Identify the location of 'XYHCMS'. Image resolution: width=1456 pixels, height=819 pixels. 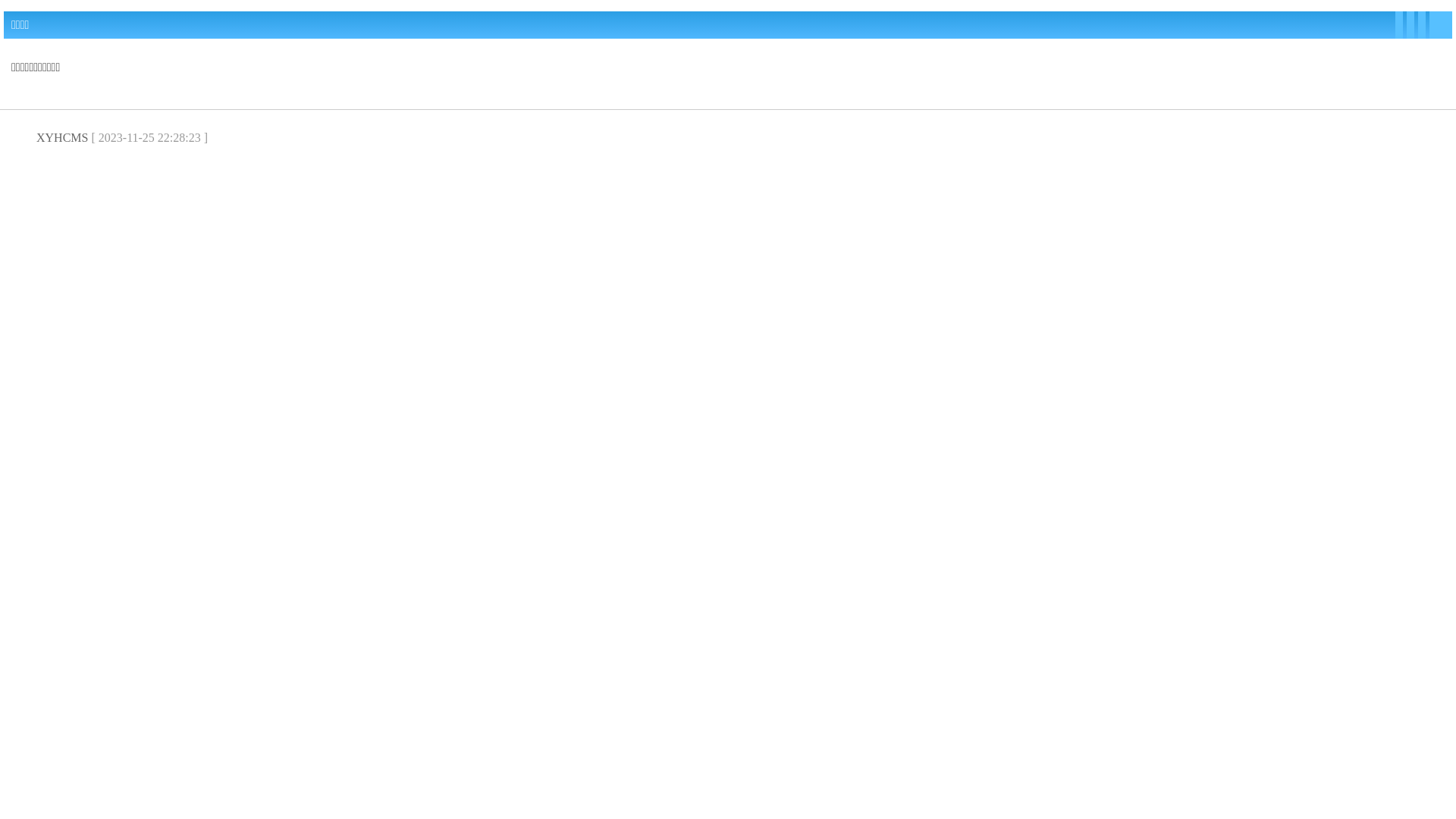
(61, 137).